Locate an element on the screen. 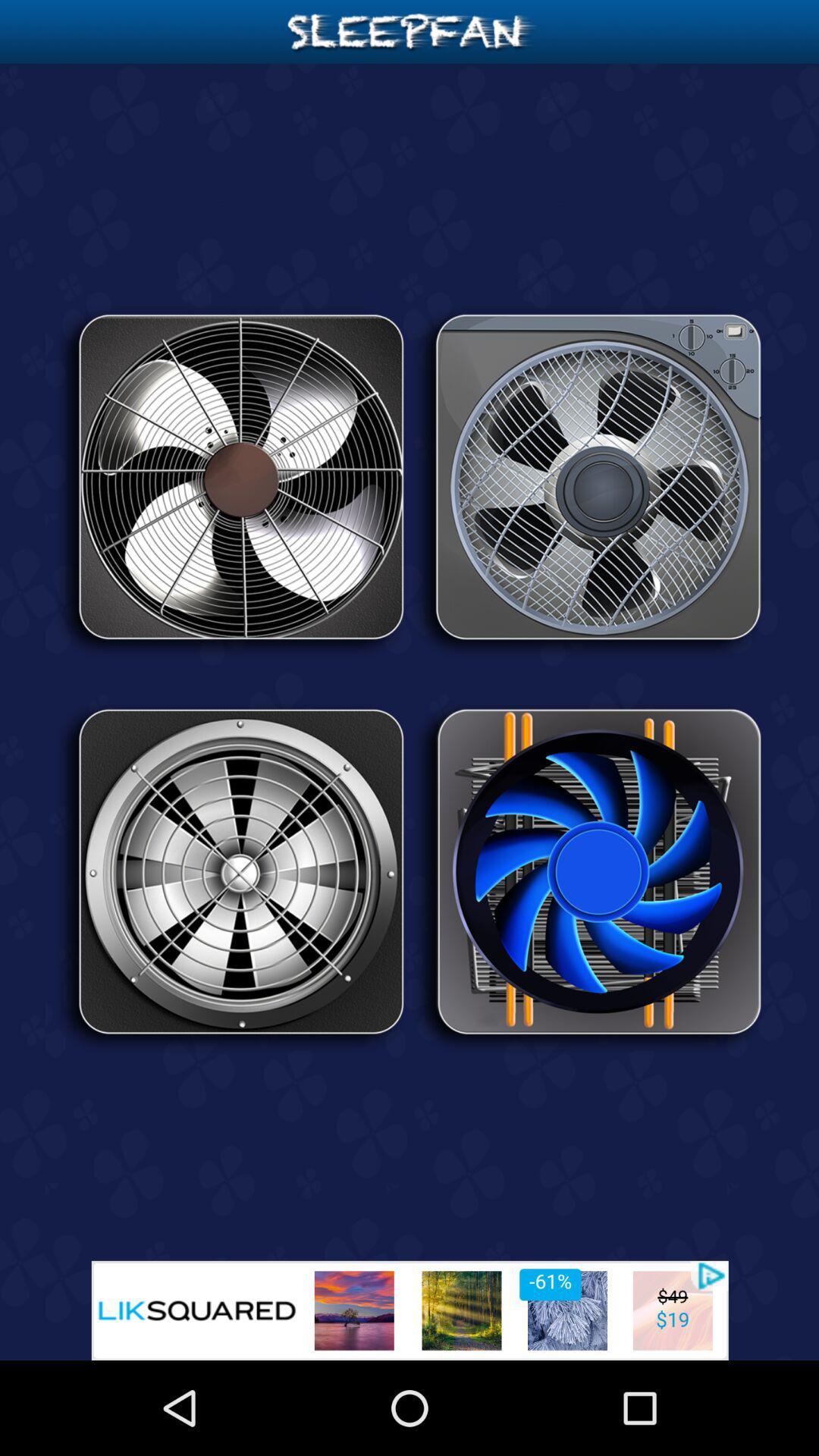  turn on fan is located at coordinates (231, 482).